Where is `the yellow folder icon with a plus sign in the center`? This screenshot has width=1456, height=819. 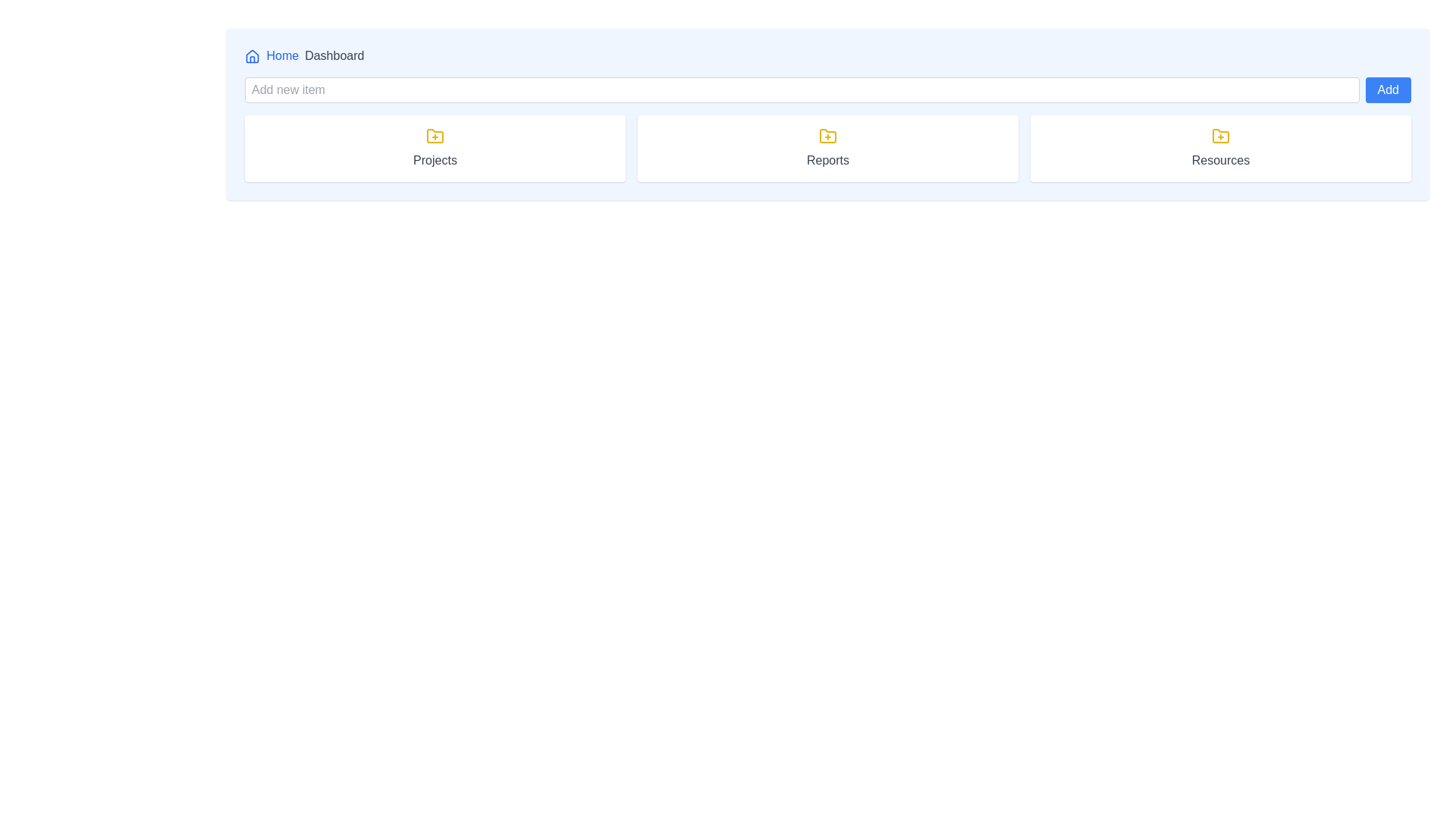 the yellow folder icon with a plus sign in the center is located at coordinates (827, 135).